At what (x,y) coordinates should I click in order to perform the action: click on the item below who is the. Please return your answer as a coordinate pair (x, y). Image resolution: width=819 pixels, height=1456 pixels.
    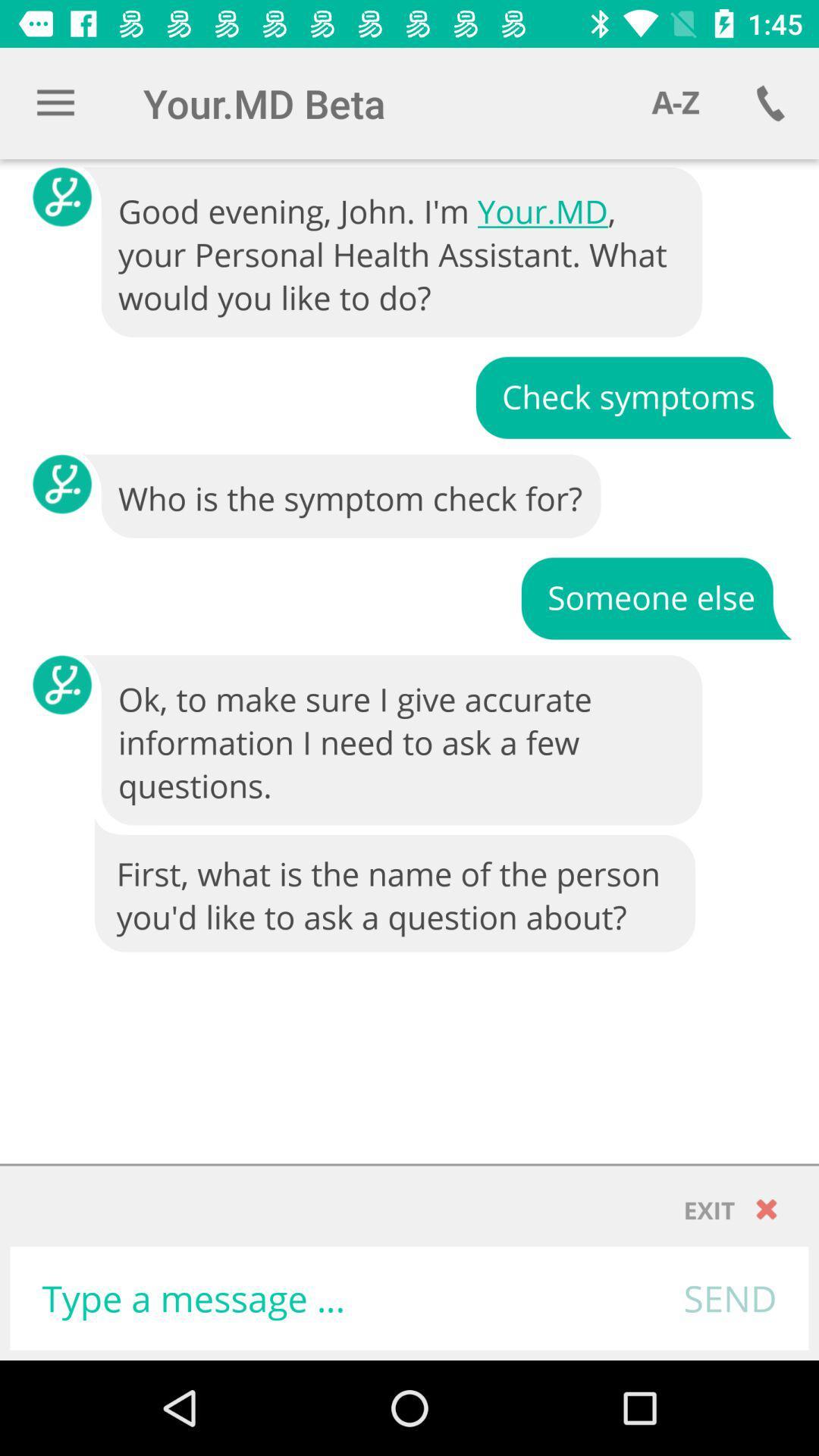
    Looking at the image, I should click on (655, 596).